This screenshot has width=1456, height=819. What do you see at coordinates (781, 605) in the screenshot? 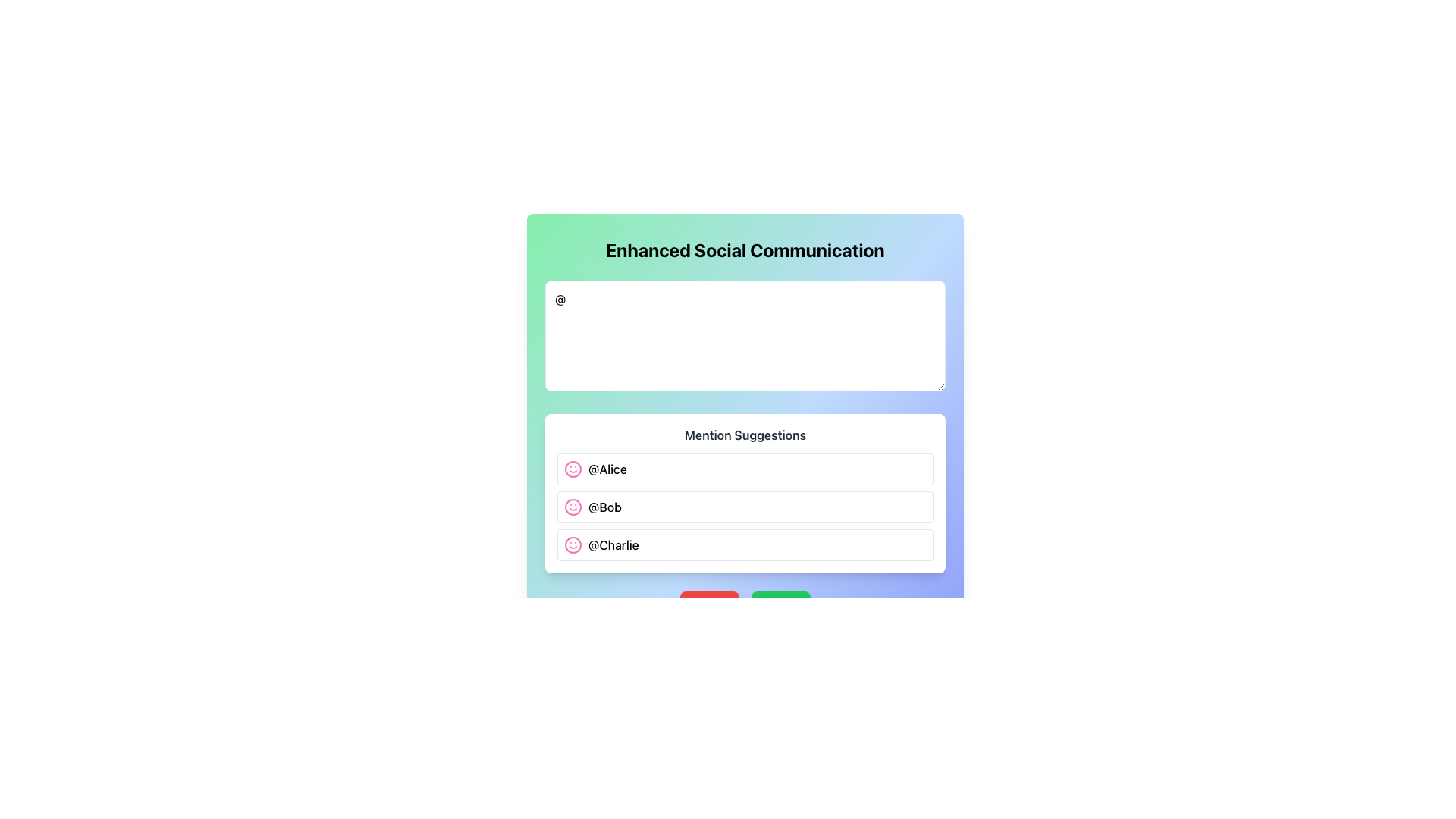
I see `the submit button located to the right of the red 'Clear' button` at bounding box center [781, 605].